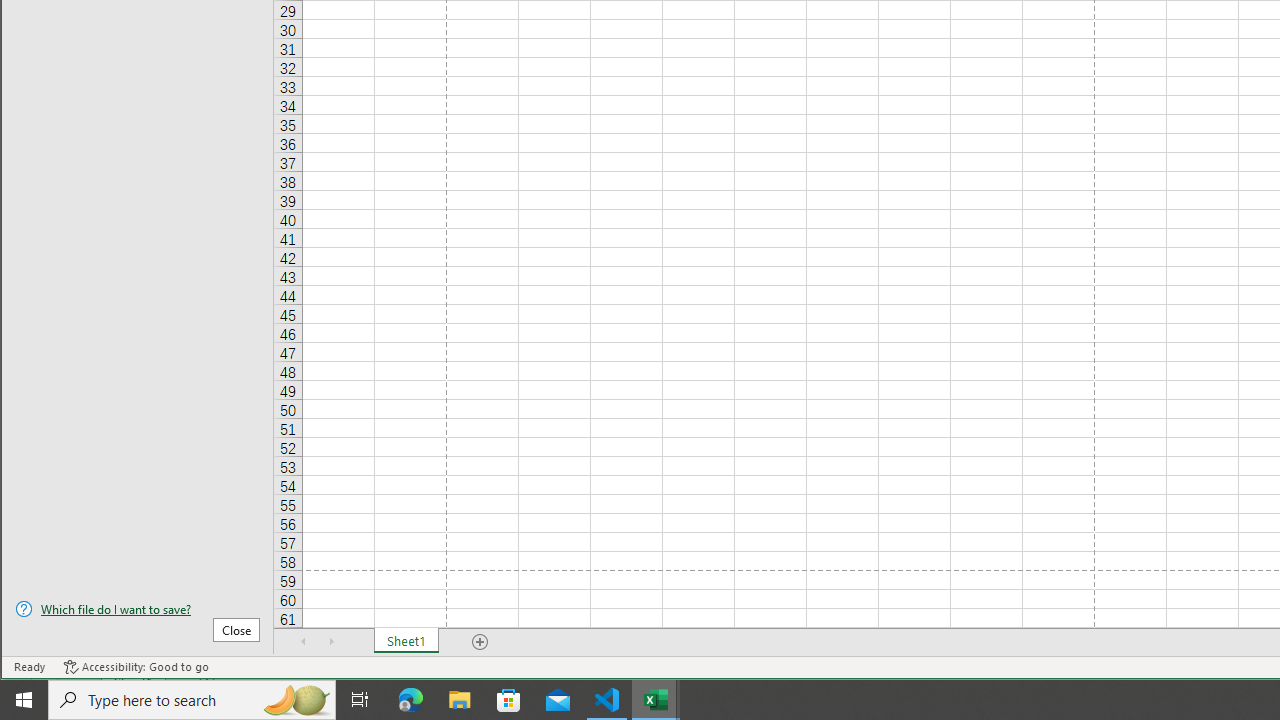 This screenshot has height=720, width=1280. I want to click on 'Microsoft Store', so click(509, 698).